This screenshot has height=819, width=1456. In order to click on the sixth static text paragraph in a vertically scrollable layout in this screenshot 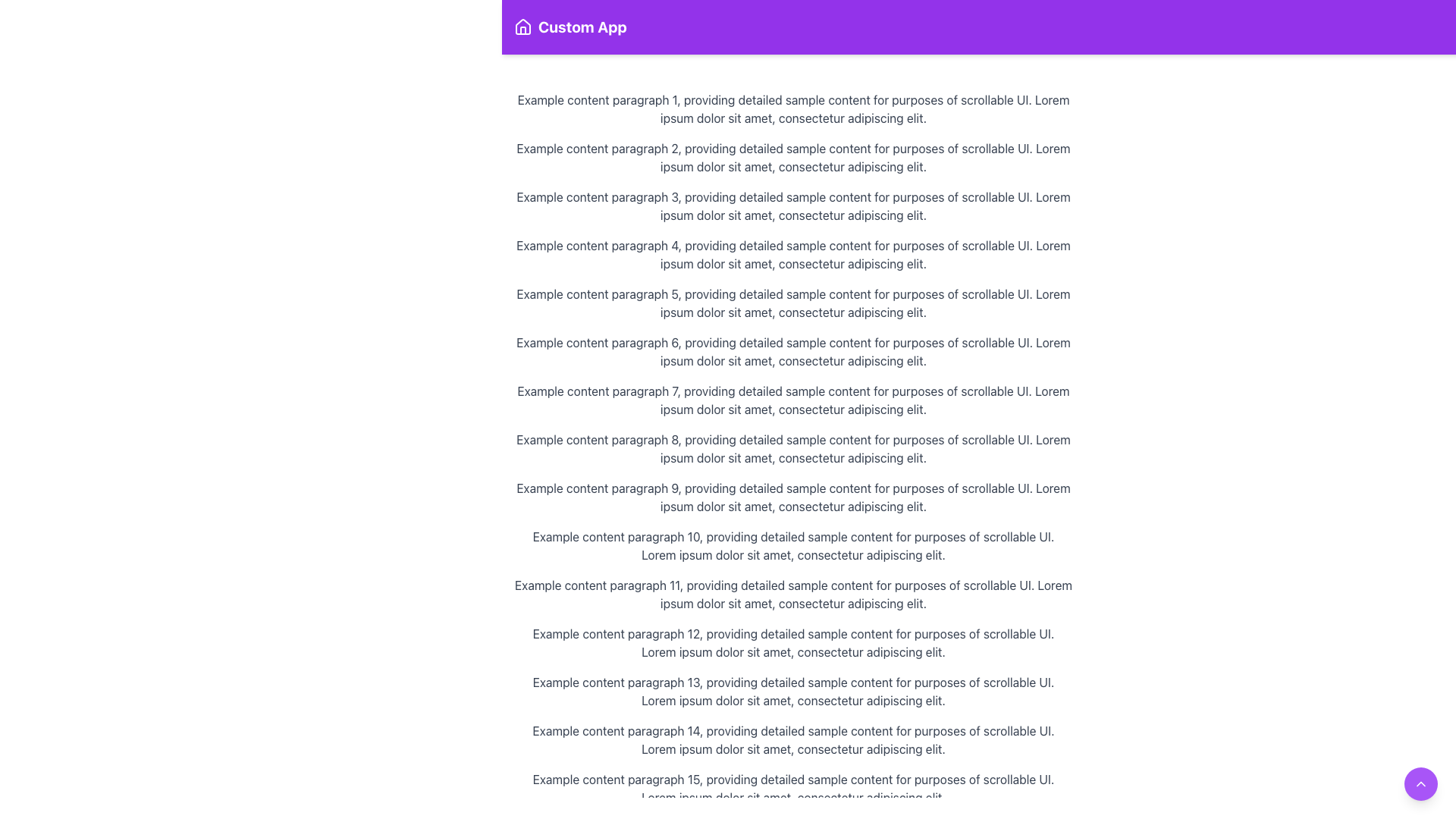, I will do `click(792, 351)`.